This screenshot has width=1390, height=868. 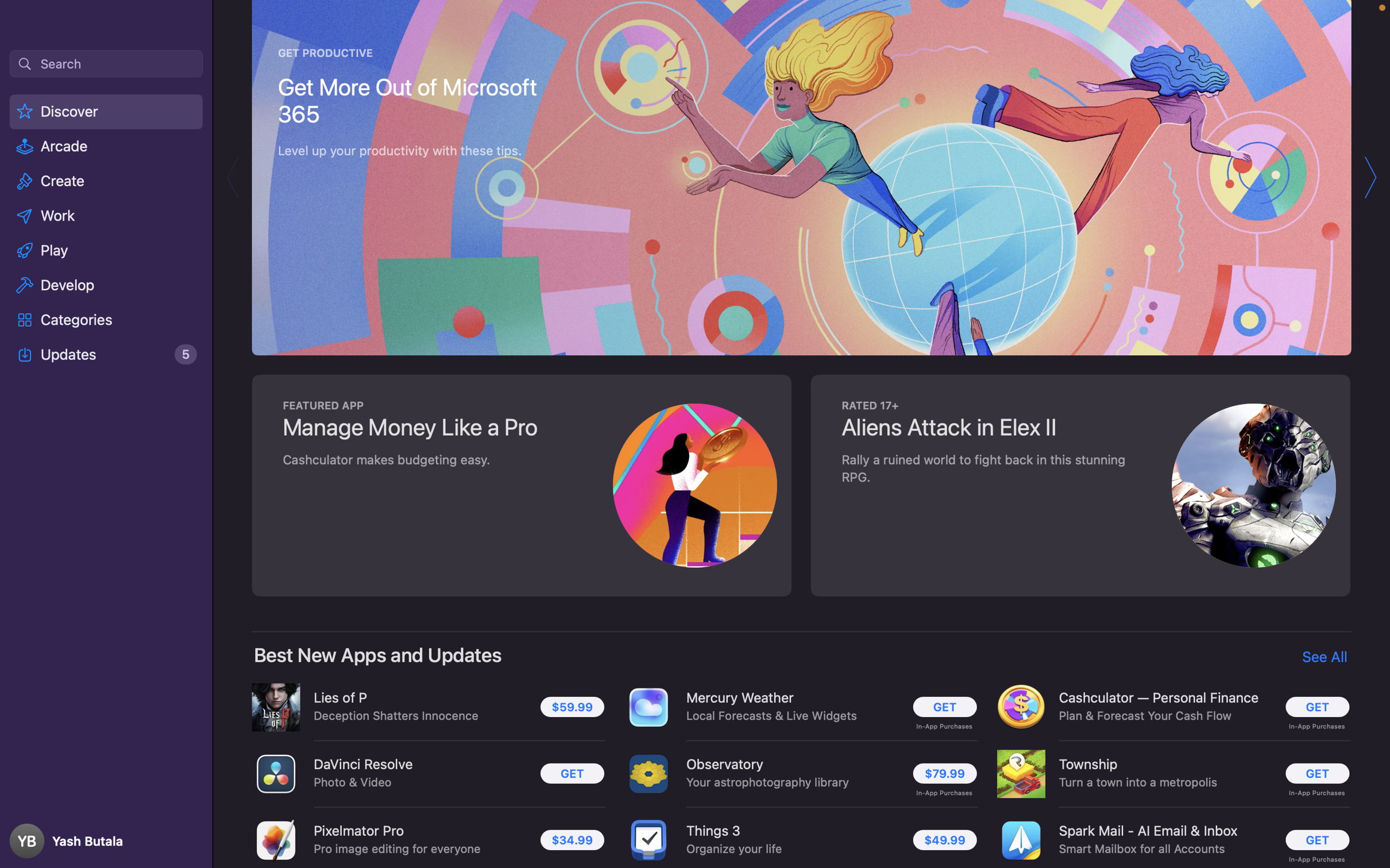 What do you see at coordinates (106, 214) in the screenshot?
I see `work category applications for Mac` at bounding box center [106, 214].